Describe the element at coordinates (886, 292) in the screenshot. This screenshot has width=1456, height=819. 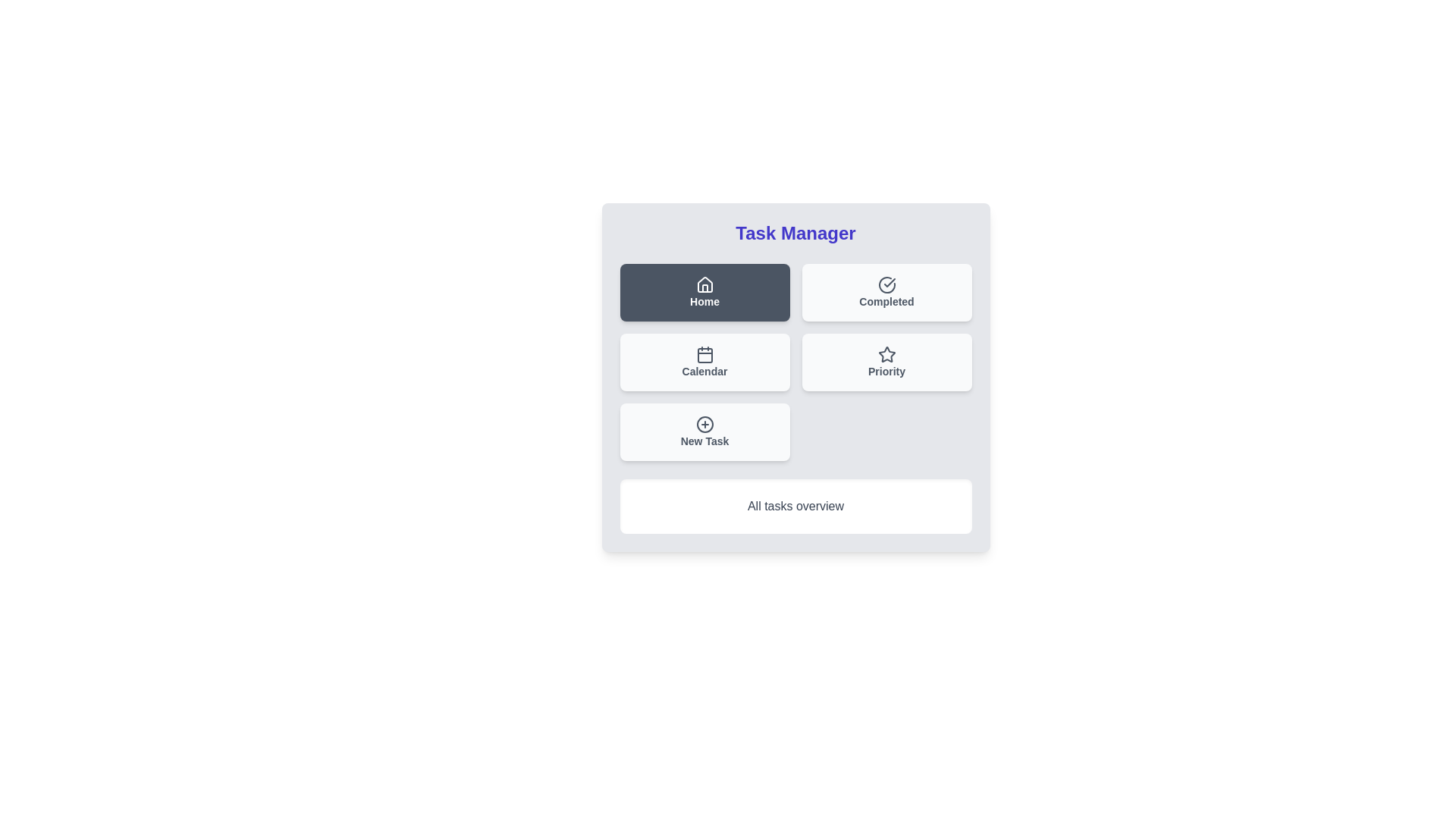
I see `the 'Completed' button with a light gray background and darker gray text, located in the first row, second column of the navigation grid` at that location.